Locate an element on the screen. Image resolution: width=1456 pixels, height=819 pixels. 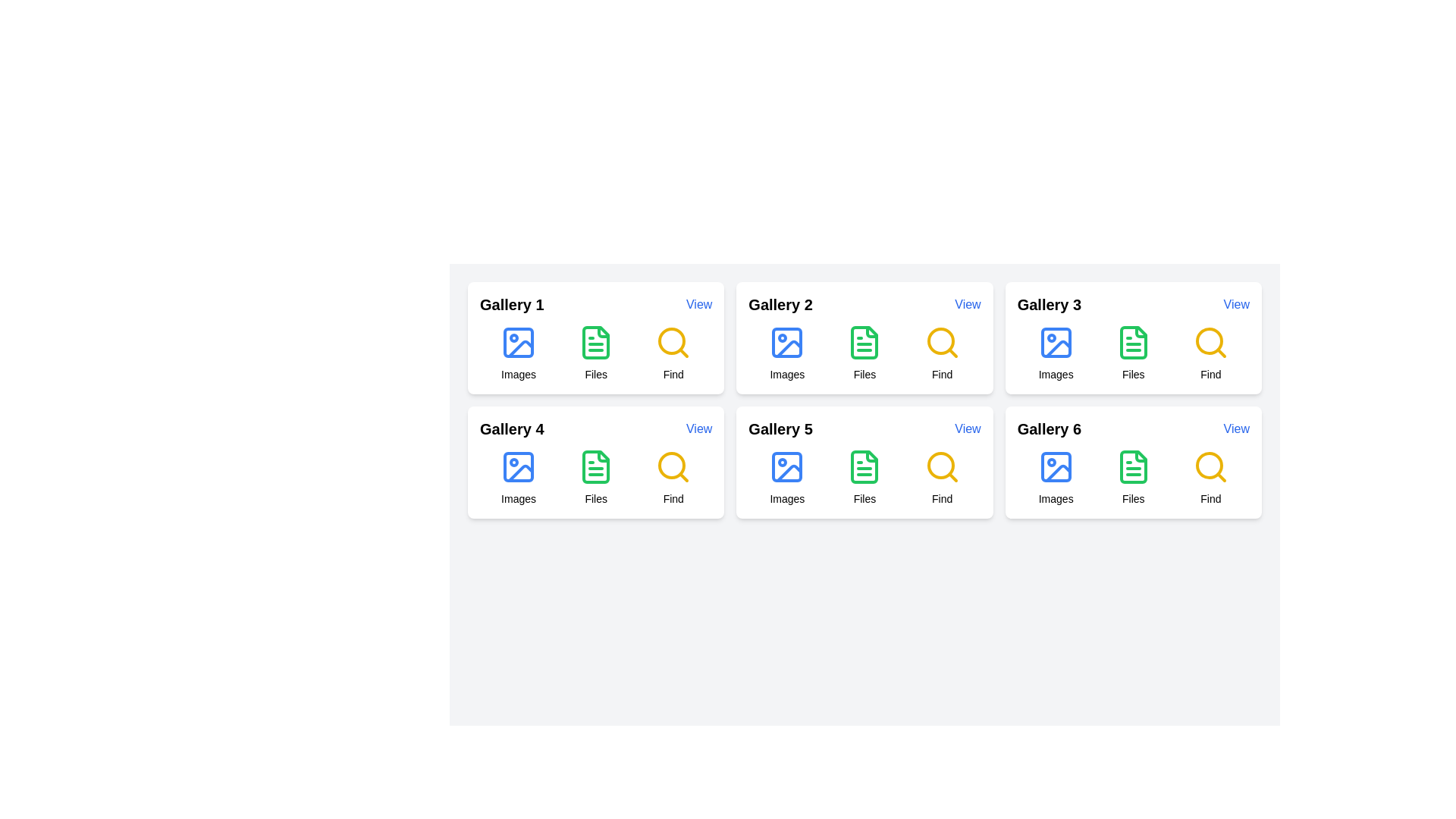
the 'Find' icon with text in the 'Gallery 5' section is located at coordinates (941, 476).